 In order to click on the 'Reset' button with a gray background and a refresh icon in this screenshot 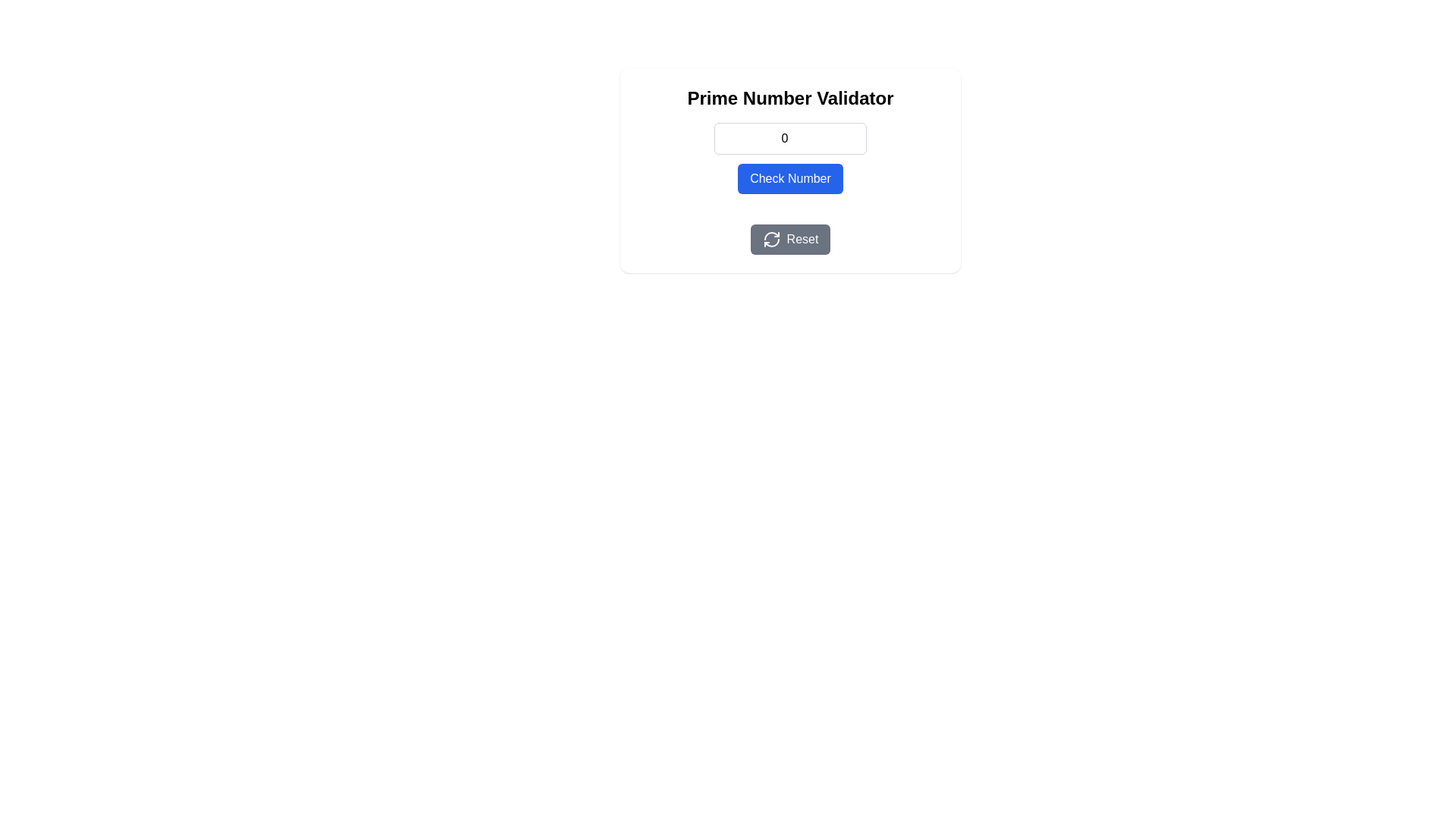, I will do `click(789, 239)`.